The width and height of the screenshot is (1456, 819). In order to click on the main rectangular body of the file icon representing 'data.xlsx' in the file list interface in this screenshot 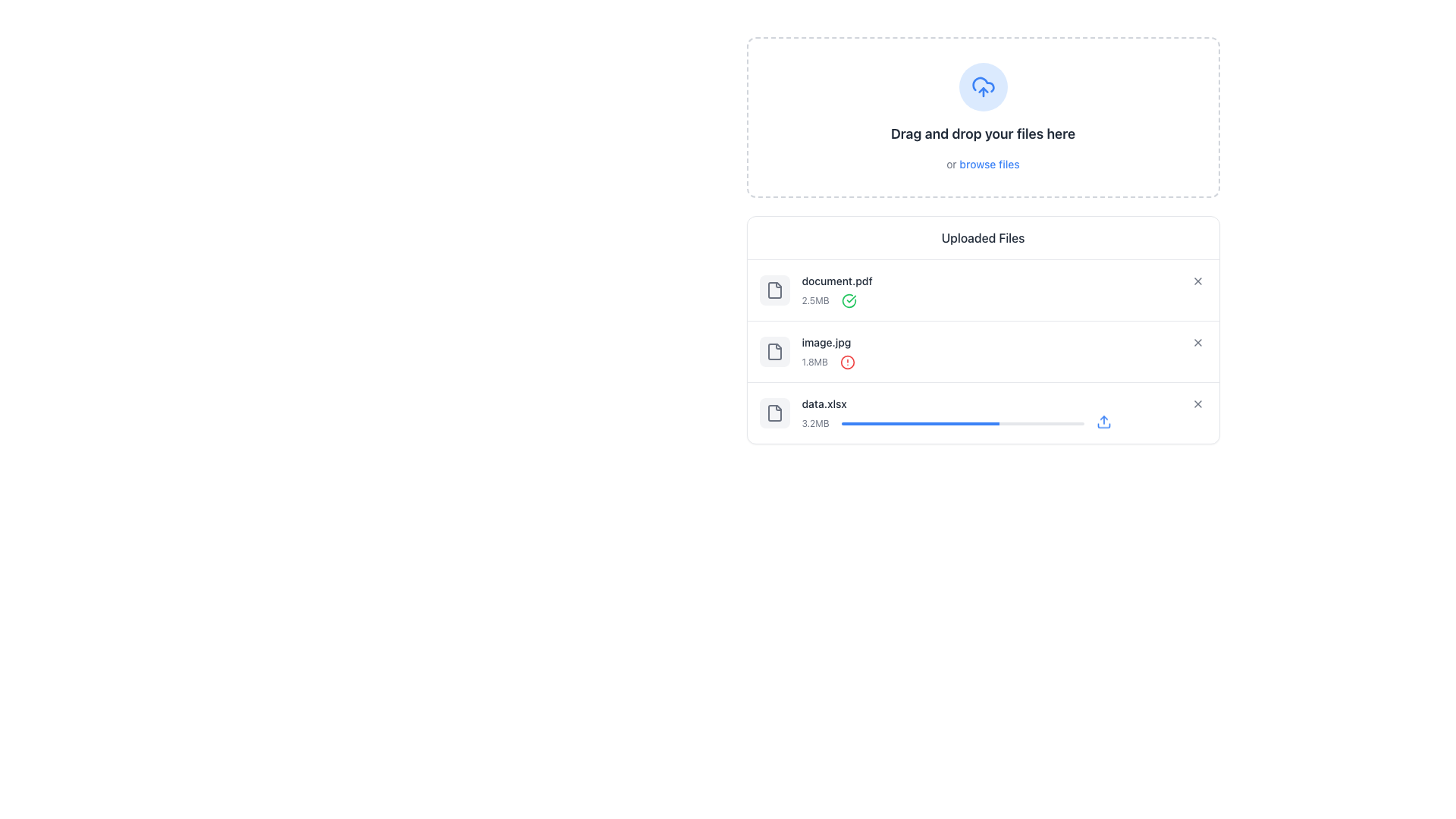, I will do `click(774, 413)`.